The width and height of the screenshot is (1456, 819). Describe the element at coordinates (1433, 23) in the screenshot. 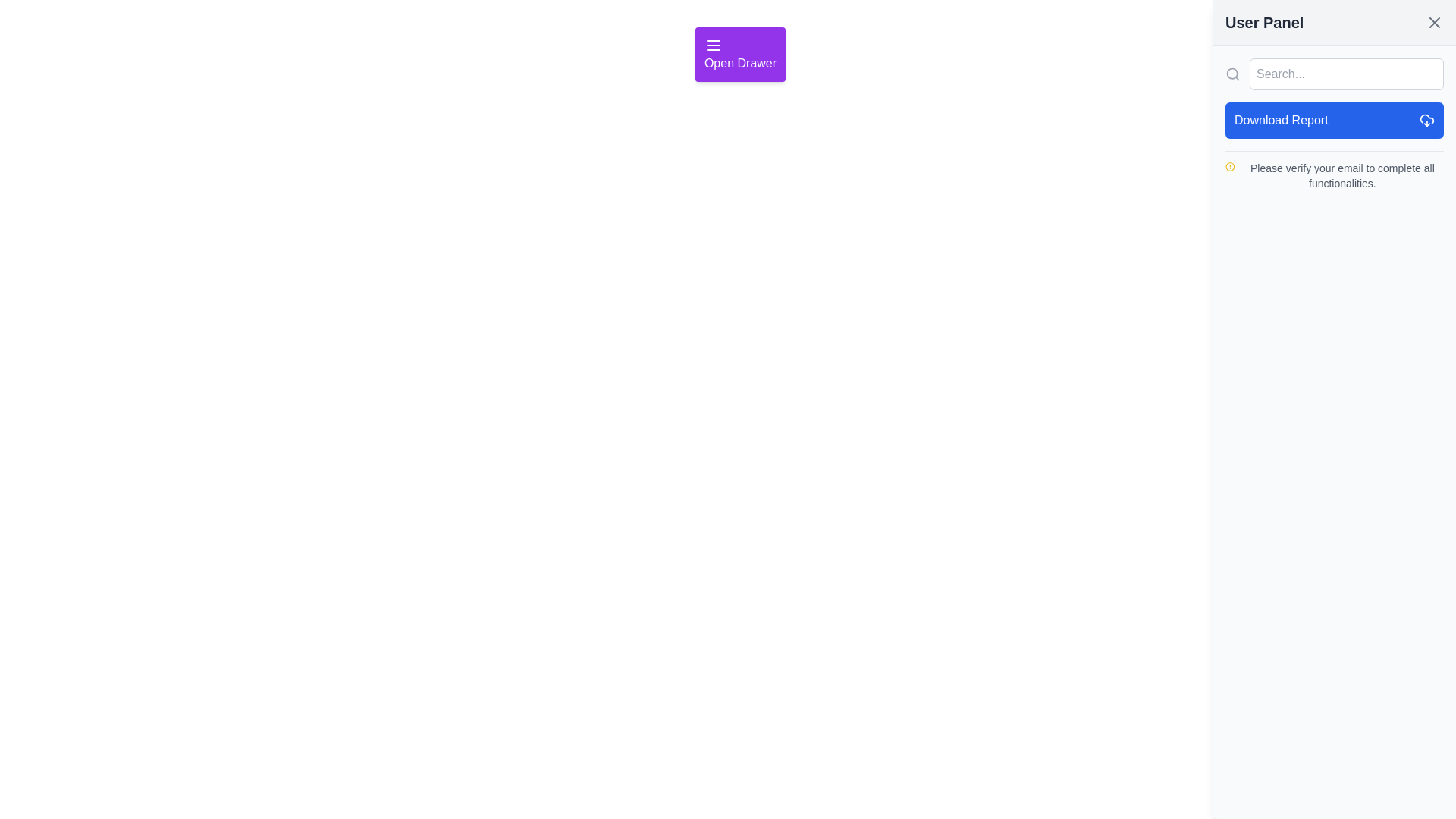

I see `the cross-shaped mark SVG icon located in the top-right corner of the User Panel` at that location.